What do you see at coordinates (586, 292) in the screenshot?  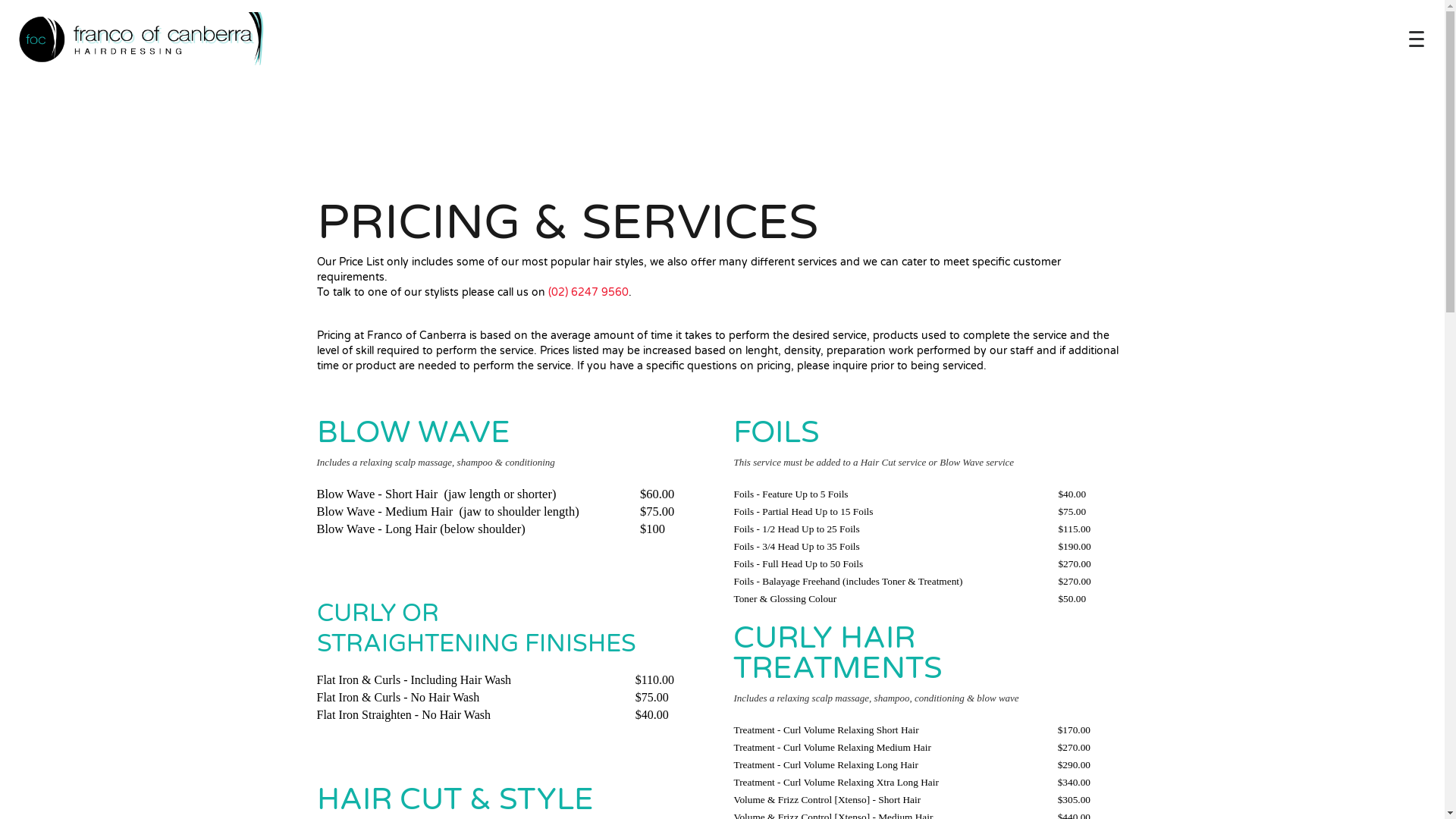 I see `'(02) 6247 9560'` at bounding box center [586, 292].